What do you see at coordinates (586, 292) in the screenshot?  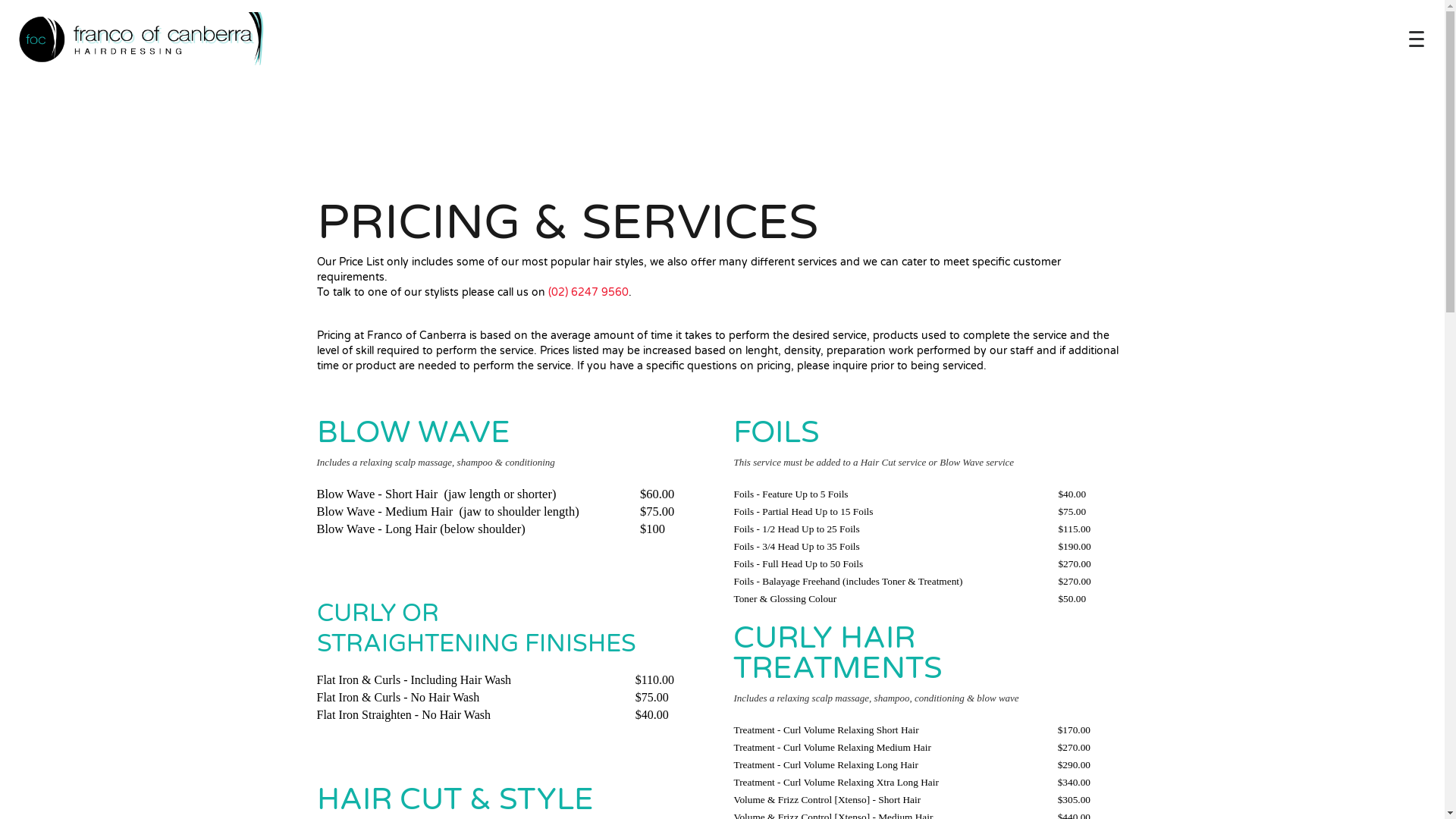 I see `'(02) 6247 9560'` at bounding box center [586, 292].